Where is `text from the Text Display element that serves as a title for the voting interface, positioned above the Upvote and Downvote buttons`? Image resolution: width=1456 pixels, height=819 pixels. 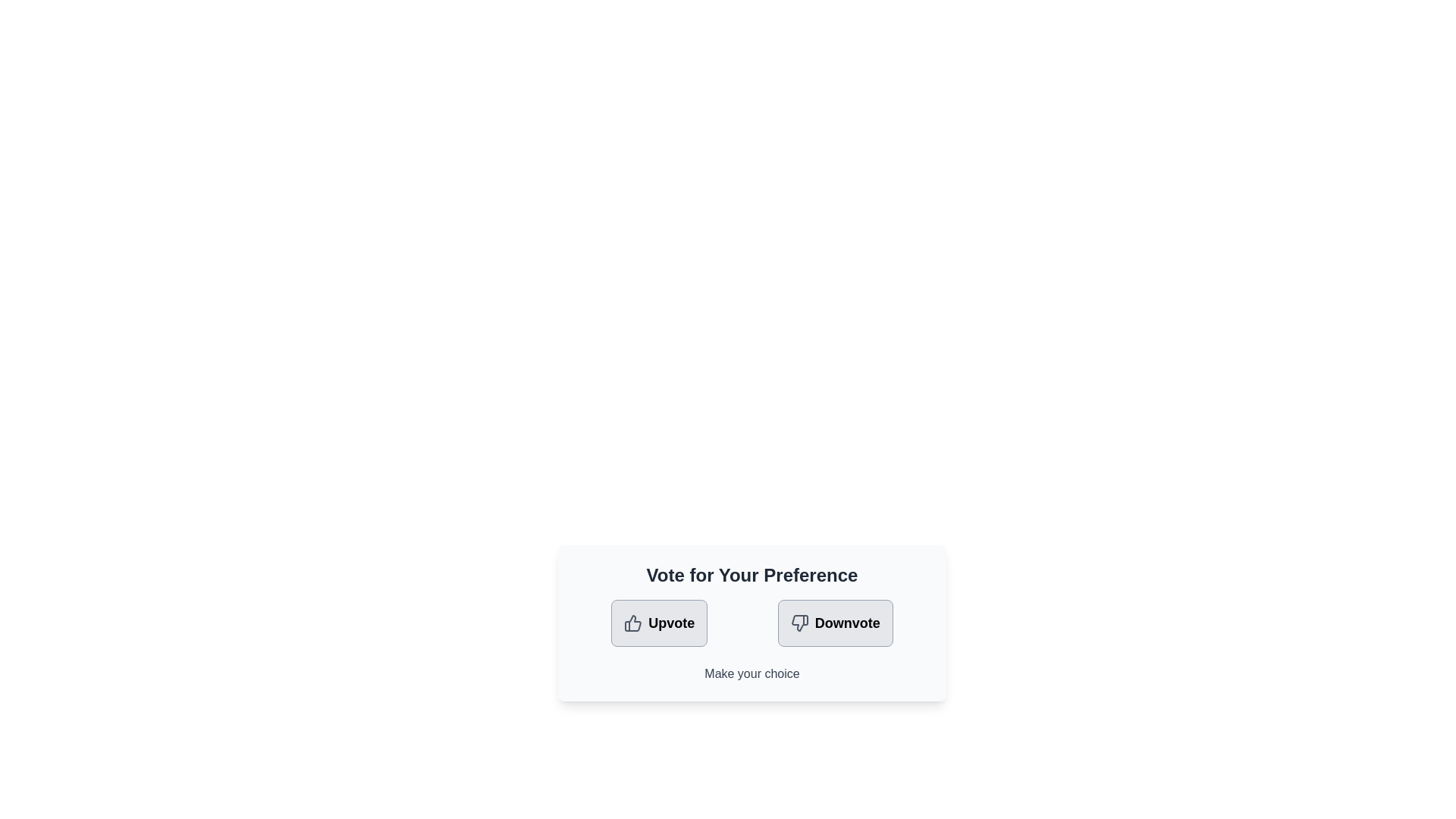 text from the Text Display element that serves as a title for the voting interface, positioned above the Upvote and Downvote buttons is located at coordinates (752, 576).